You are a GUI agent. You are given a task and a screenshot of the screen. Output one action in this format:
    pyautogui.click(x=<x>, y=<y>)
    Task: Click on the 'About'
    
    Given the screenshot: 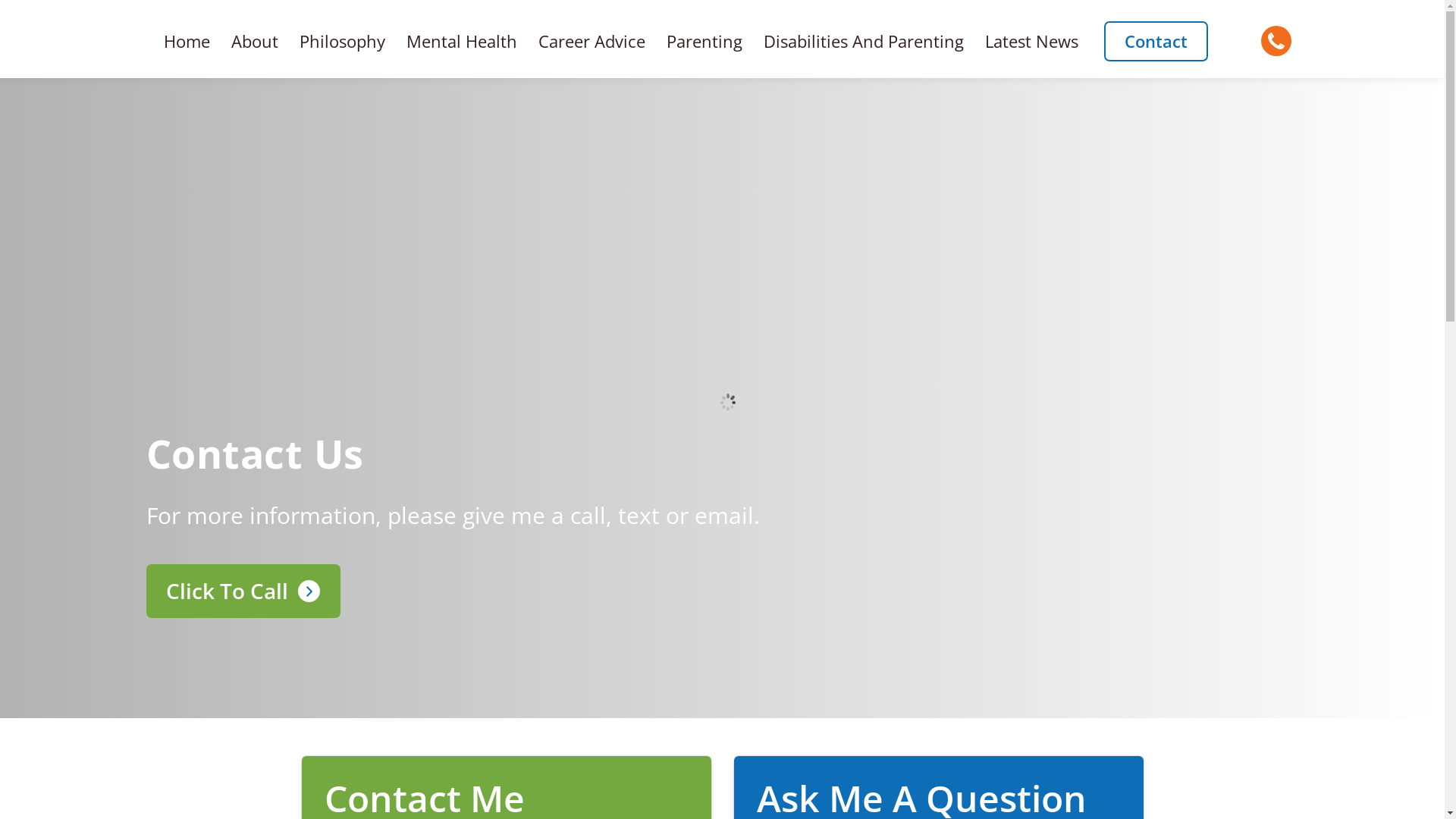 What is the action you would take?
    pyautogui.click(x=255, y=40)
    